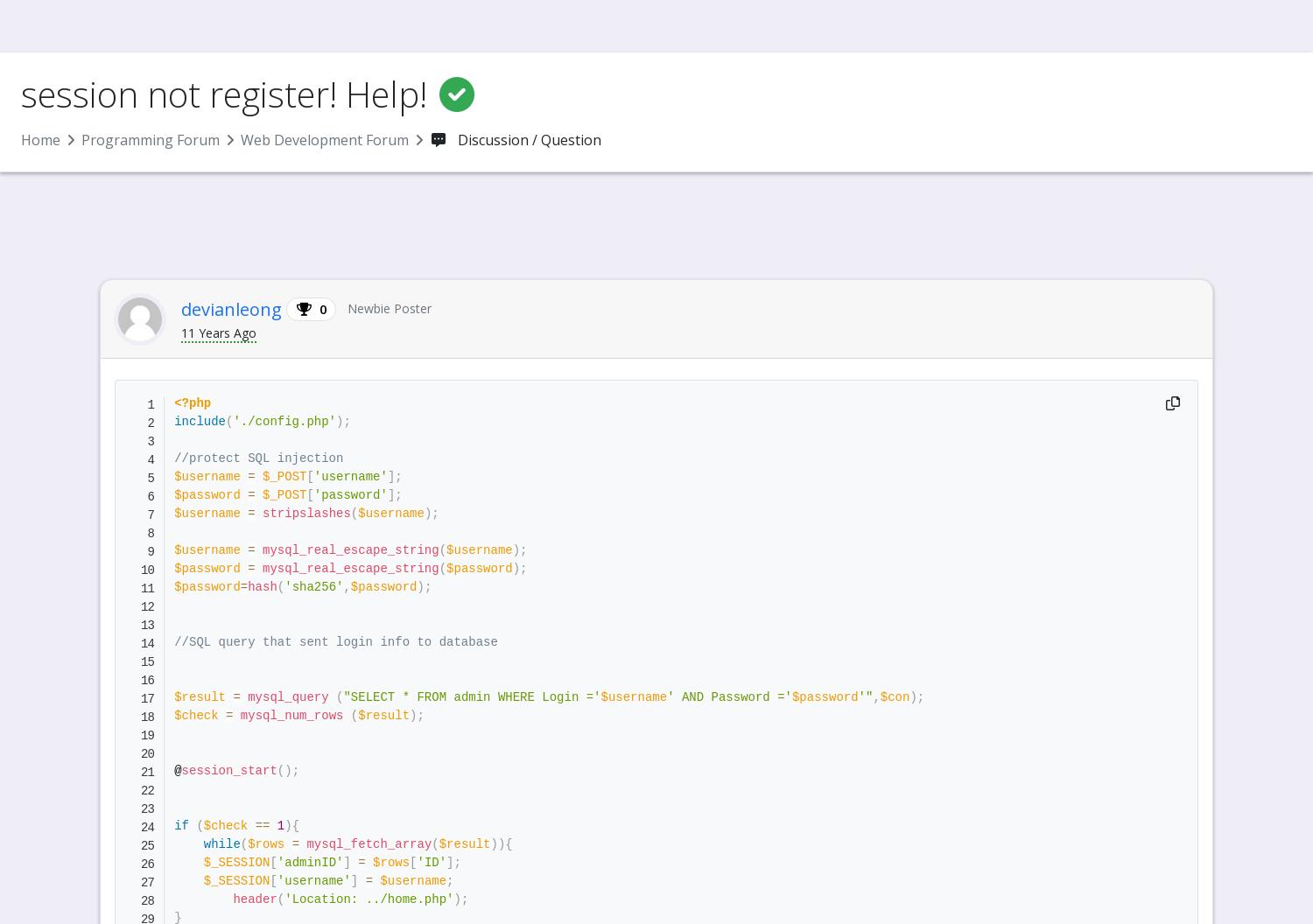  What do you see at coordinates (1032, 689) in the screenshot?
I see `'Session Login'` at bounding box center [1032, 689].